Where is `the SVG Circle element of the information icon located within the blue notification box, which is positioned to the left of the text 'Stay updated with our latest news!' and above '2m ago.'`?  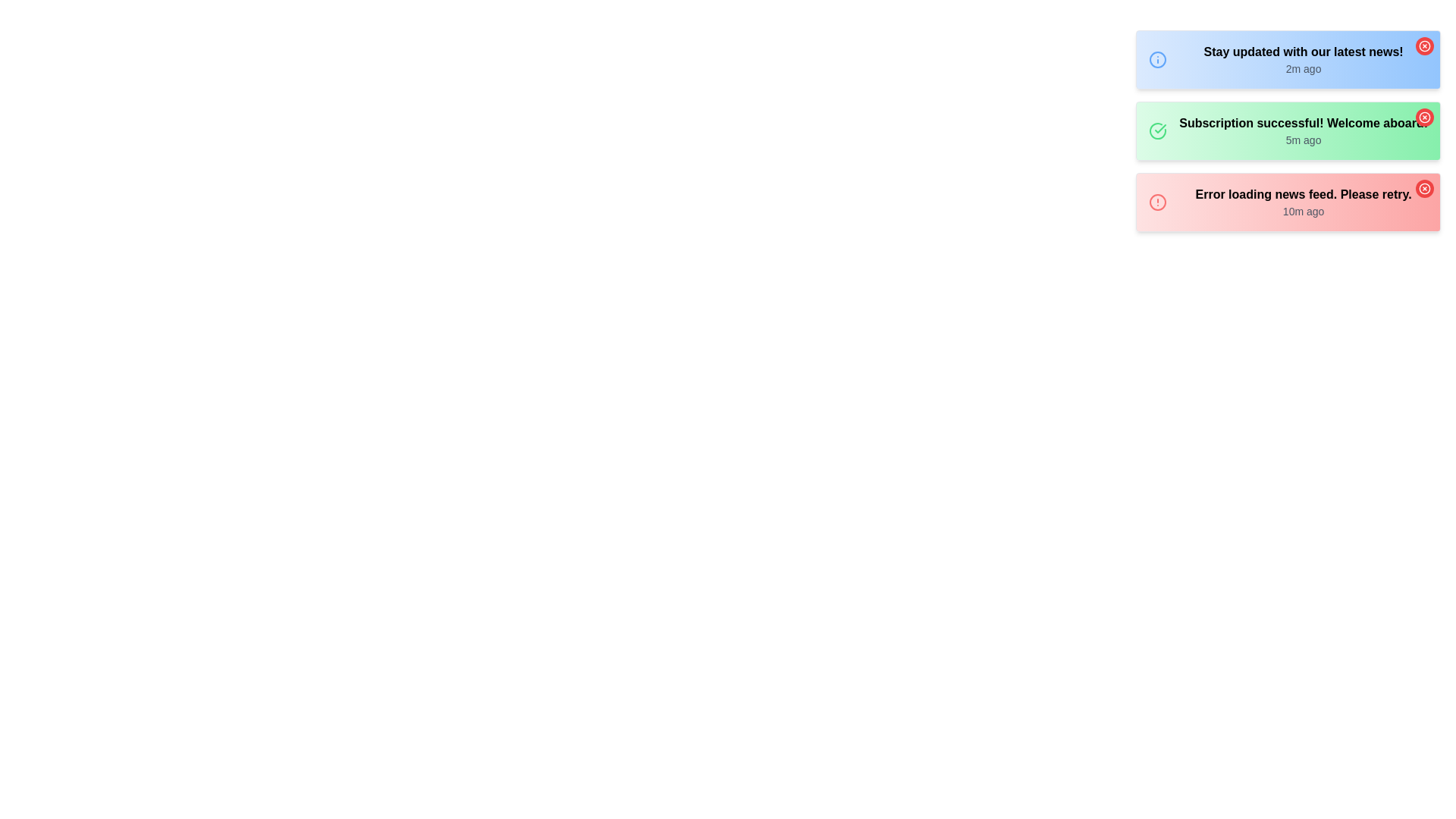
the SVG Circle element of the information icon located within the blue notification box, which is positioned to the left of the text 'Stay updated with our latest news!' and above '2m ago.' is located at coordinates (1157, 58).